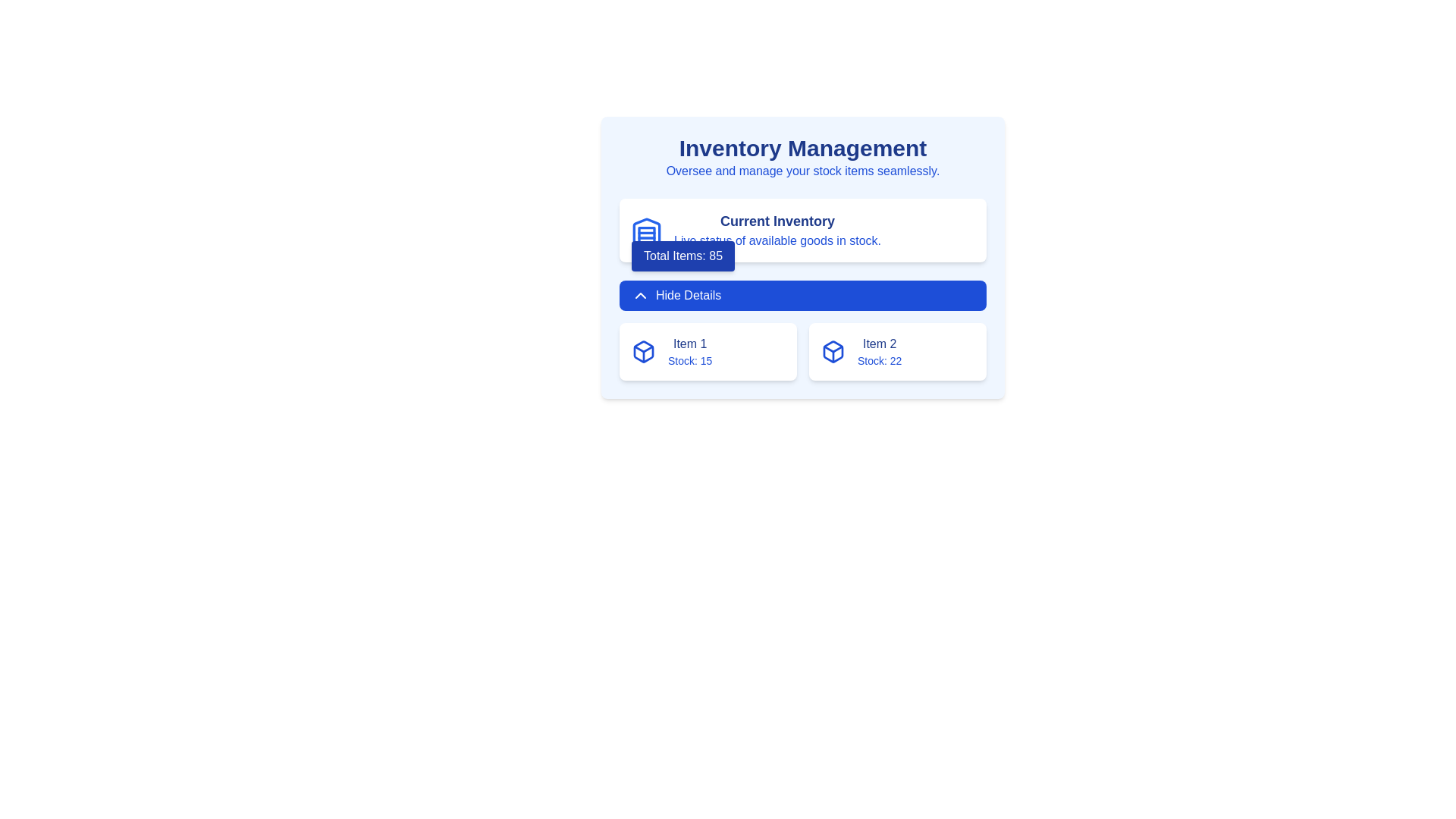 Image resolution: width=1456 pixels, height=819 pixels. What do you see at coordinates (802, 351) in the screenshot?
I see `the inventory display grid, which shows items and their stock levels` at bounding box center [802, 351].